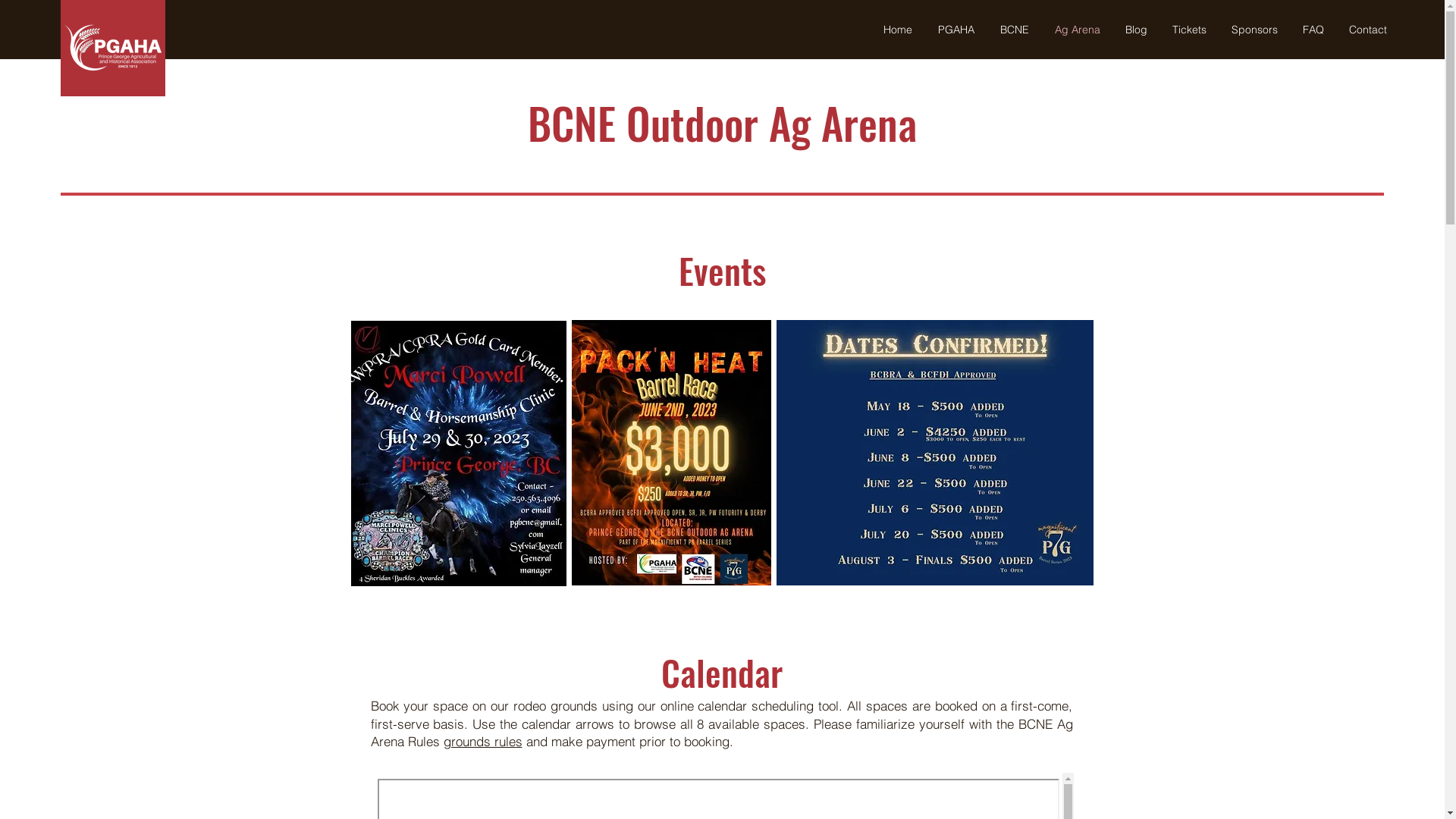  I want to click on 'Magnificent 7 PG Barrel Series.jpg', so click(934, 452).